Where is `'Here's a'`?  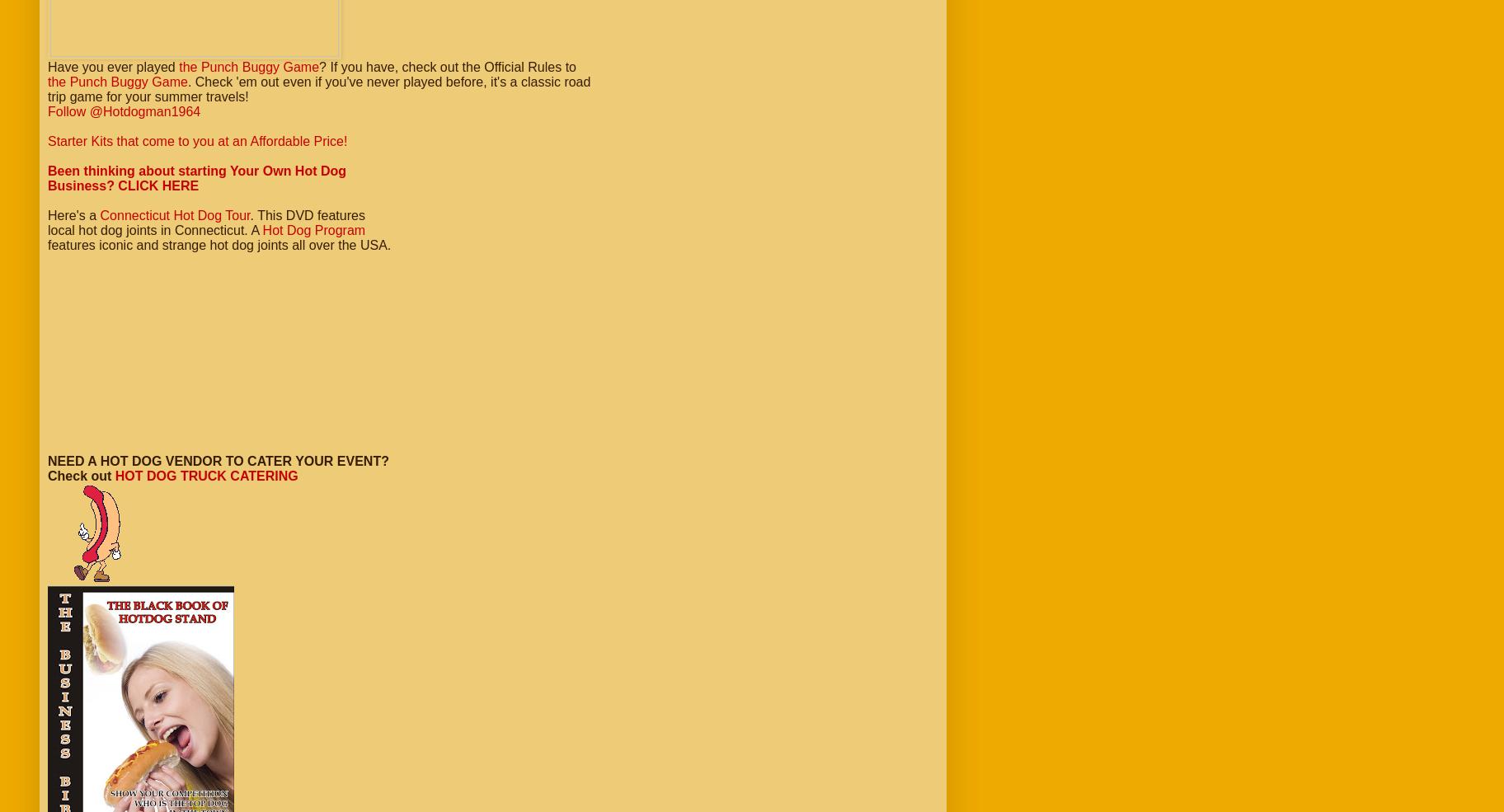
'Here's a' is located at coordinates (47, 214).